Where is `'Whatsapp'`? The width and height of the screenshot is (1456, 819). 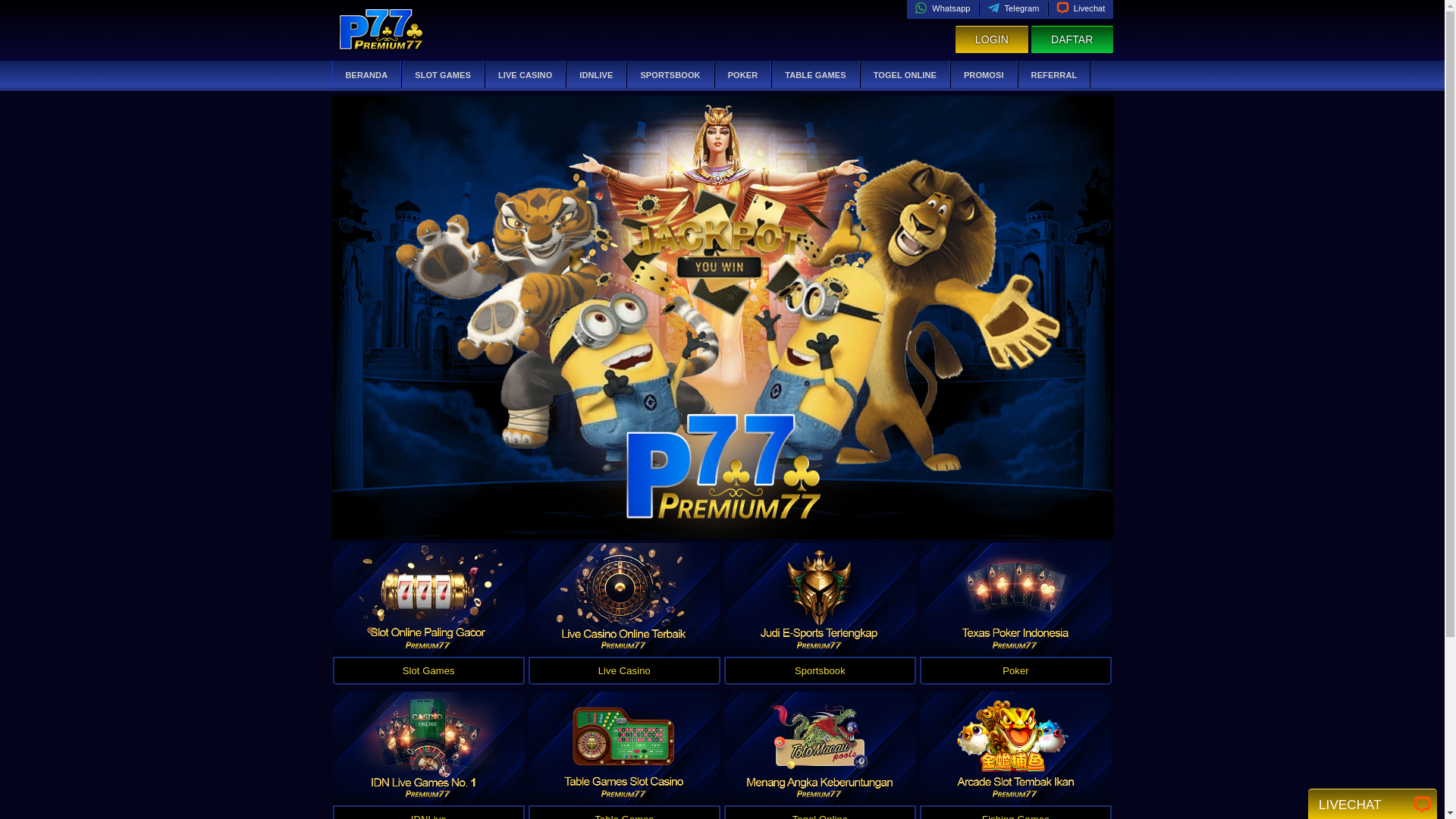 'Whatsapp' is located at coordinates (941, 8).